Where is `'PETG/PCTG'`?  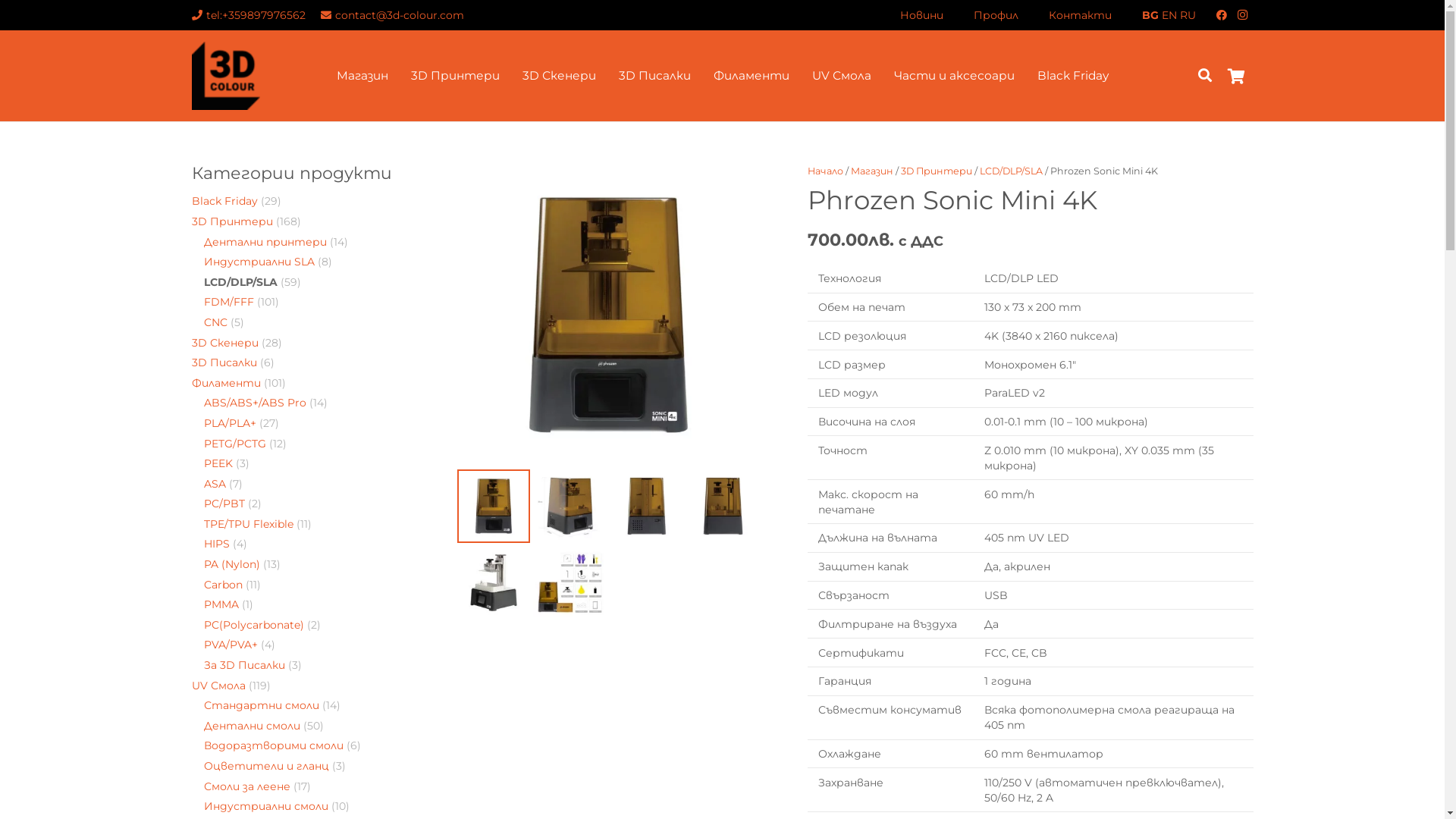
'PETG/PCTG' is located at coordinates (202, 444).